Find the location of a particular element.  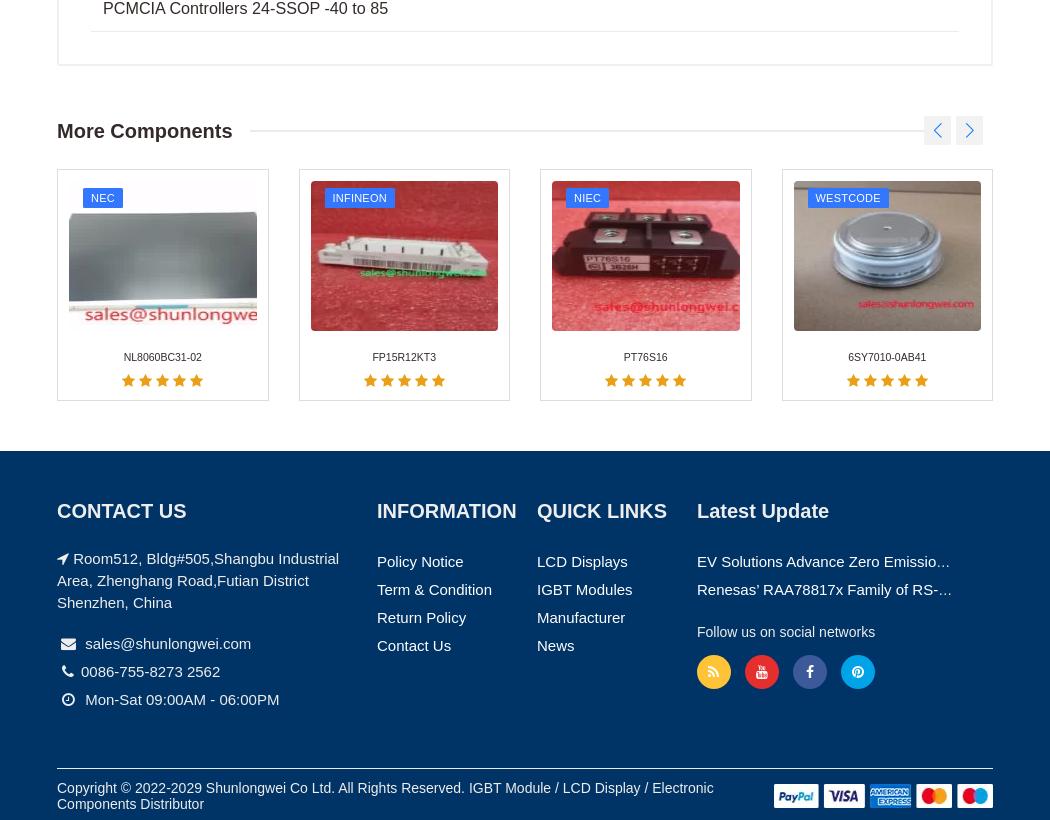

'Contact Us' is located at coordinates (412, 215).